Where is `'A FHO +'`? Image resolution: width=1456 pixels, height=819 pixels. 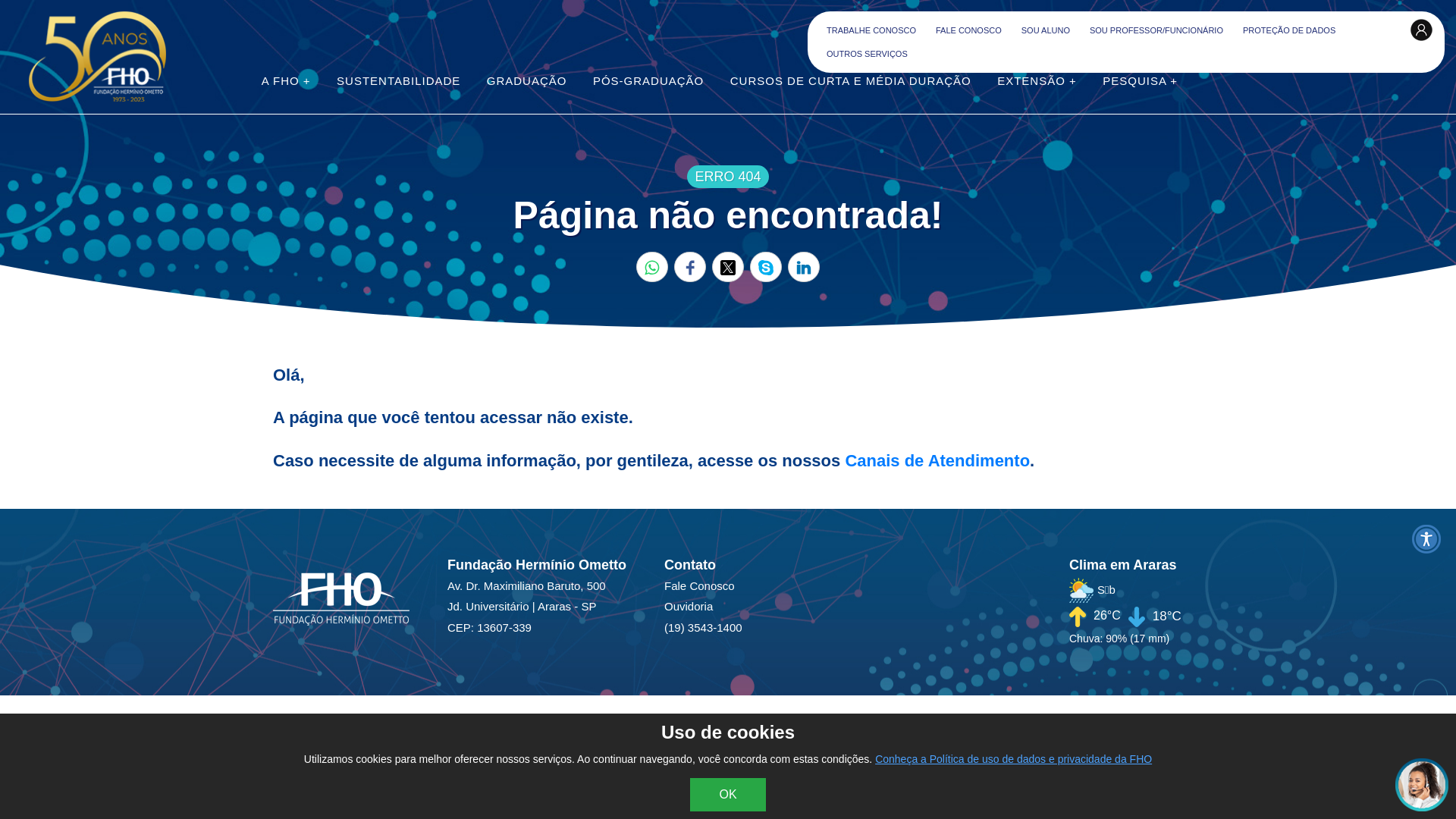 'A FHO +' is located at coordinates (286, 81).